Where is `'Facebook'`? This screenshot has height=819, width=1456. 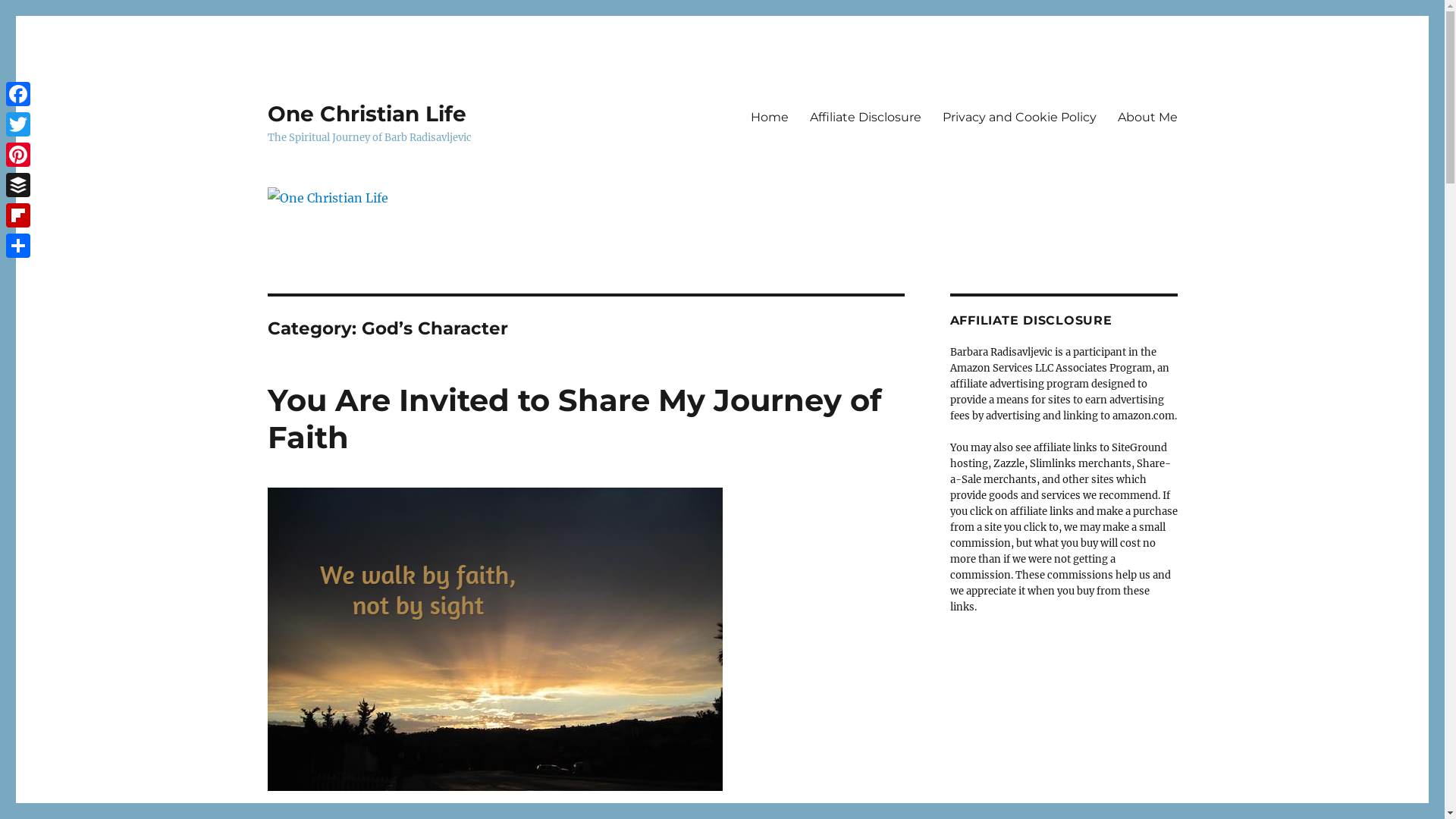 'Facebook' is located at coordinates (18, 93).